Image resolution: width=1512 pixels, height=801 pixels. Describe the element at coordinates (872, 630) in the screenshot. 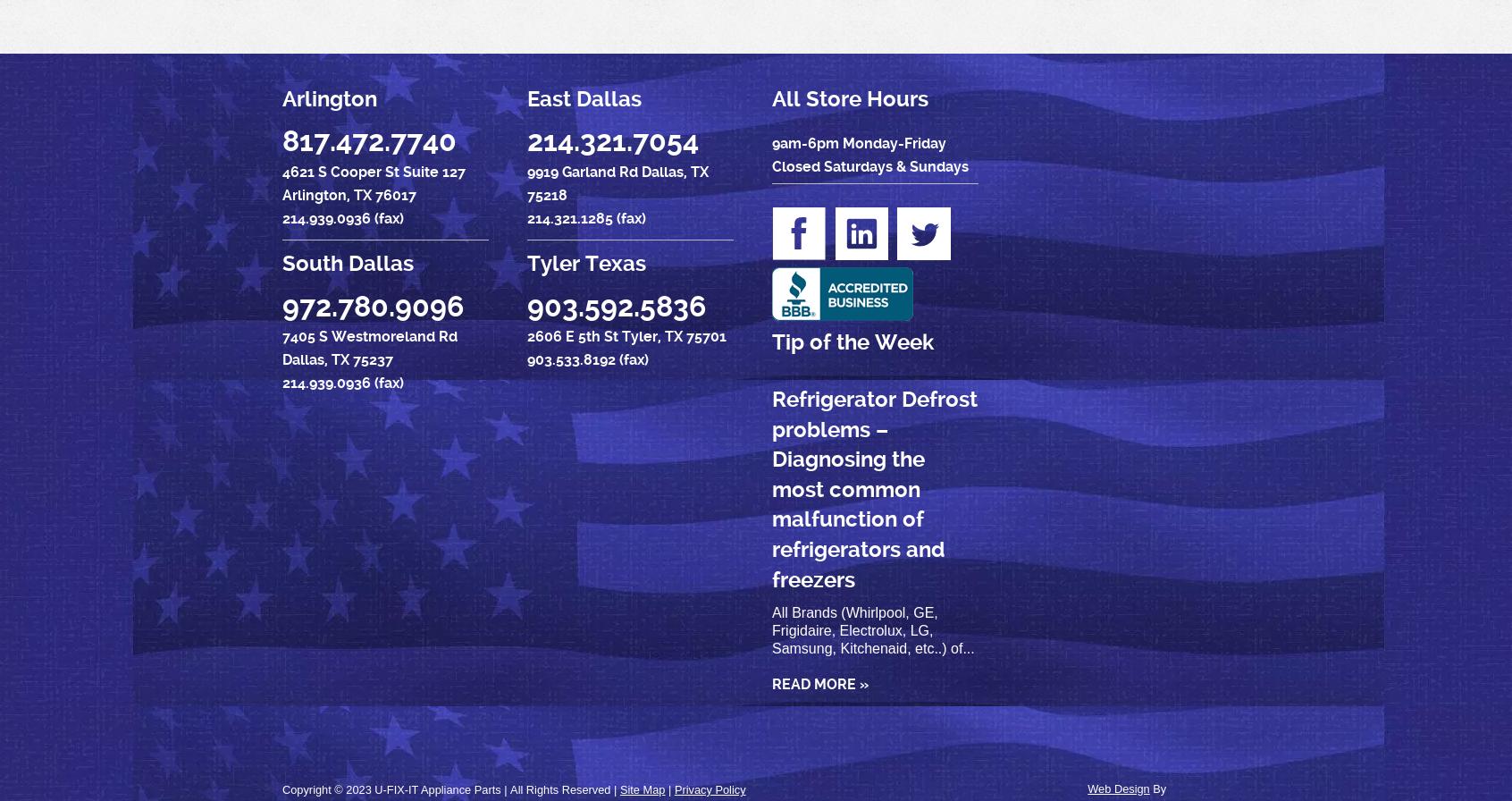

I see `'All Brands (Whirlpool, GE, Frigidaire, Electrolux, LG, Samsung, Kitchenaid, etc..) of...'` at that location.